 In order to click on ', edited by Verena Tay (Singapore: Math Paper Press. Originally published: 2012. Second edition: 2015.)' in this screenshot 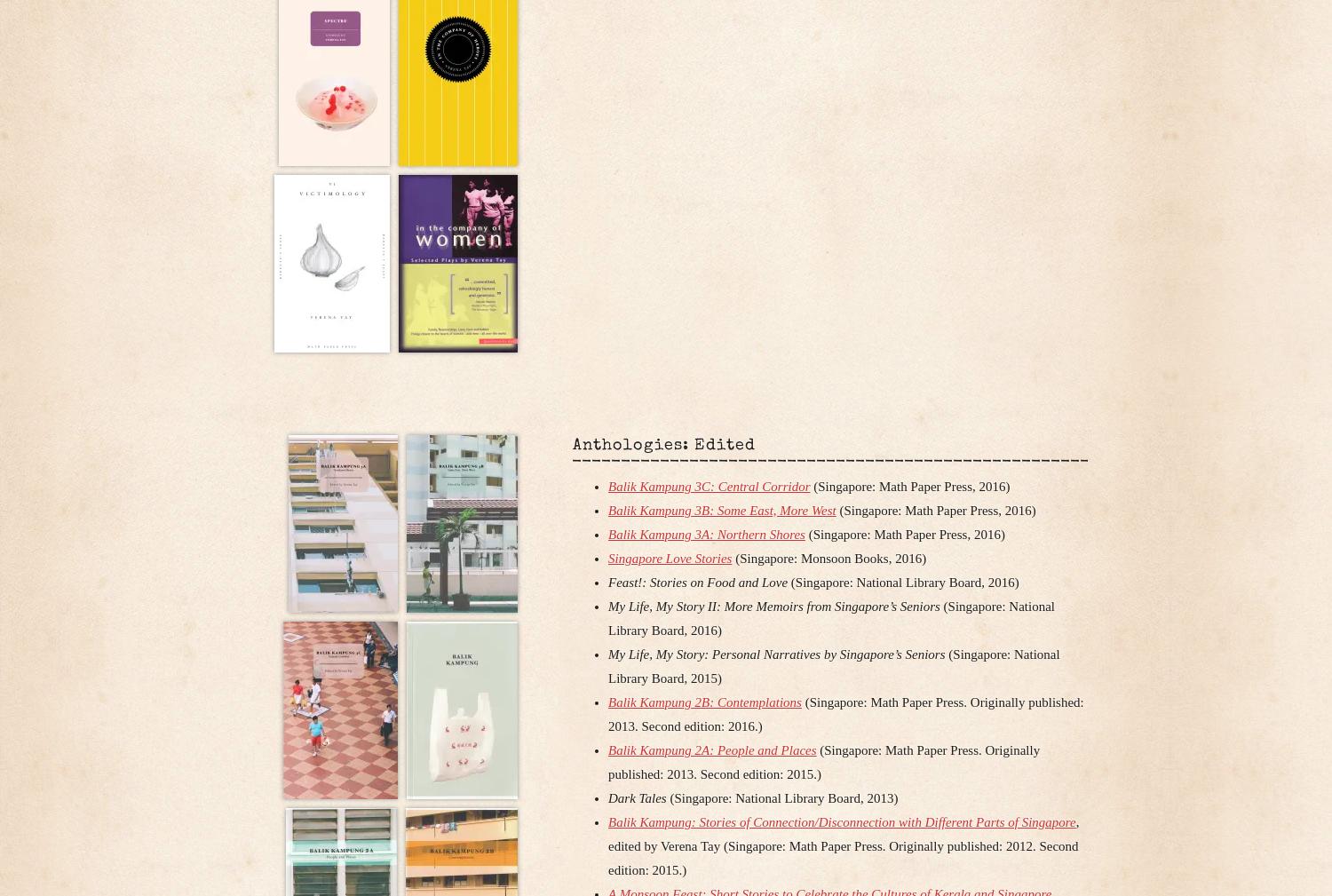, I will do `click(842, 844)`.